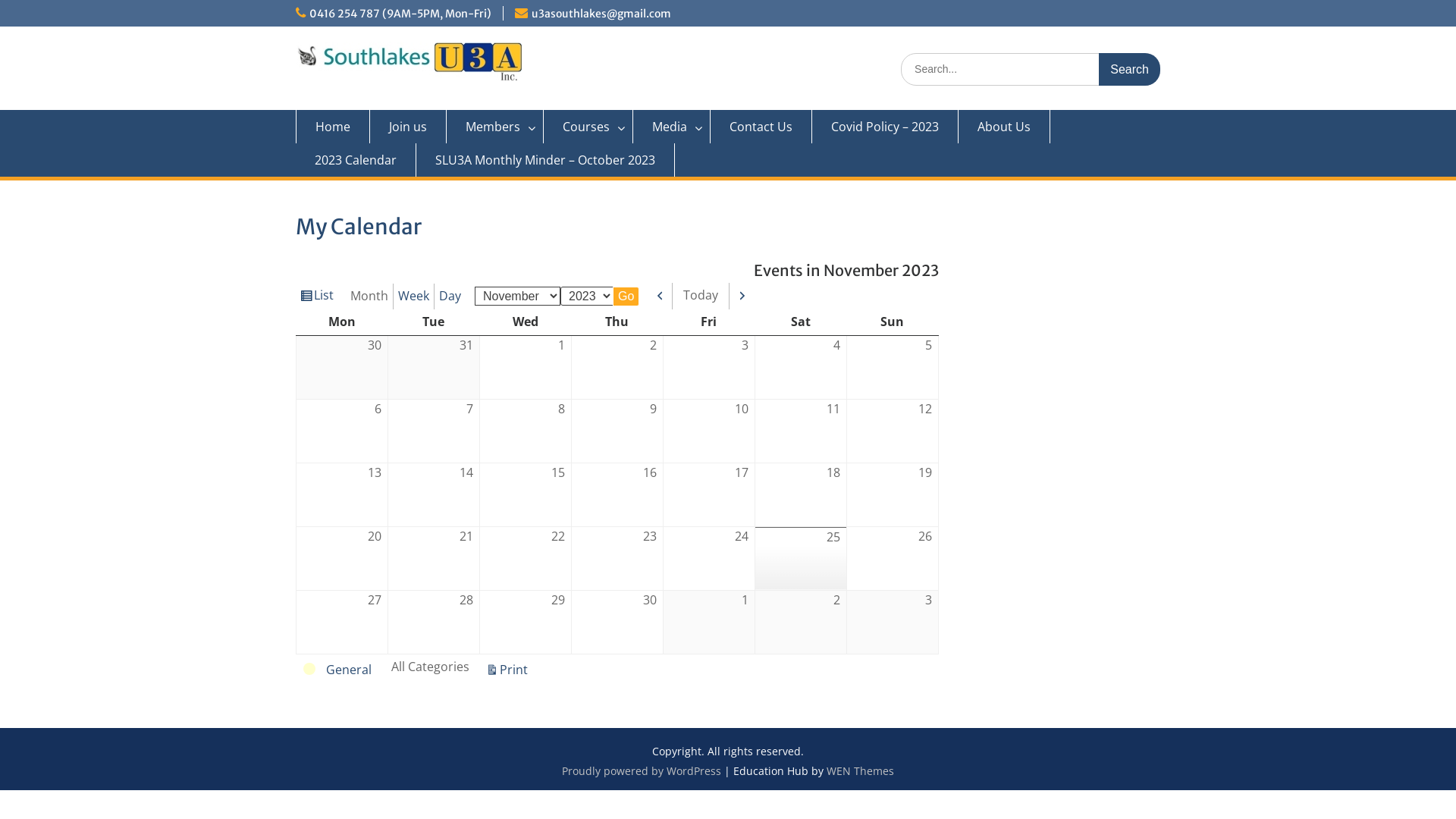  What do you see at coordinates (661, 296) in the screenshot?
I see `'Previous'` at bounding box center [661, 296].